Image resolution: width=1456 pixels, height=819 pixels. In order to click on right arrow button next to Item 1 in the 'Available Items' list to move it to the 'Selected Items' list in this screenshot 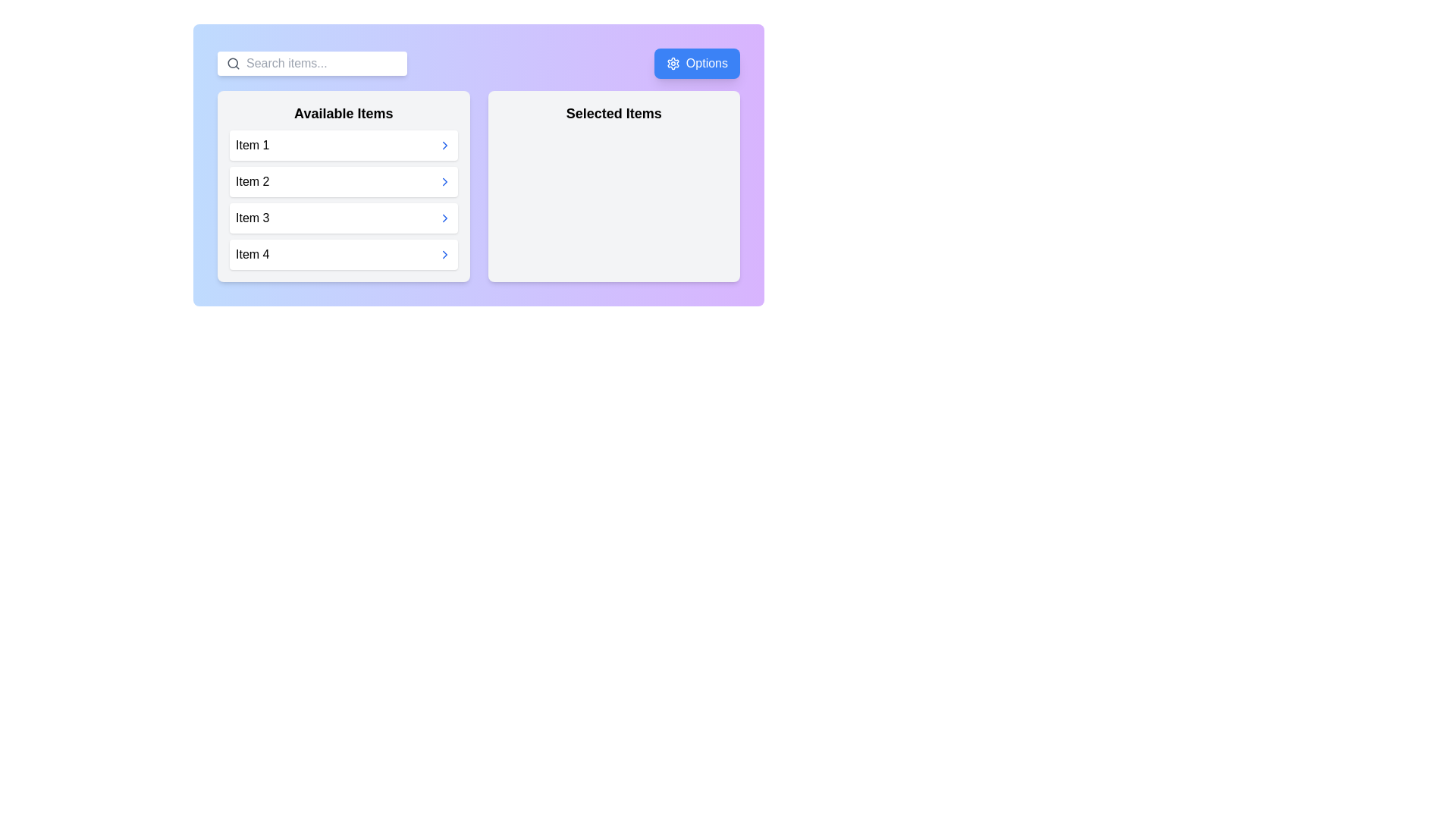, I will do `click(444, 146)`.